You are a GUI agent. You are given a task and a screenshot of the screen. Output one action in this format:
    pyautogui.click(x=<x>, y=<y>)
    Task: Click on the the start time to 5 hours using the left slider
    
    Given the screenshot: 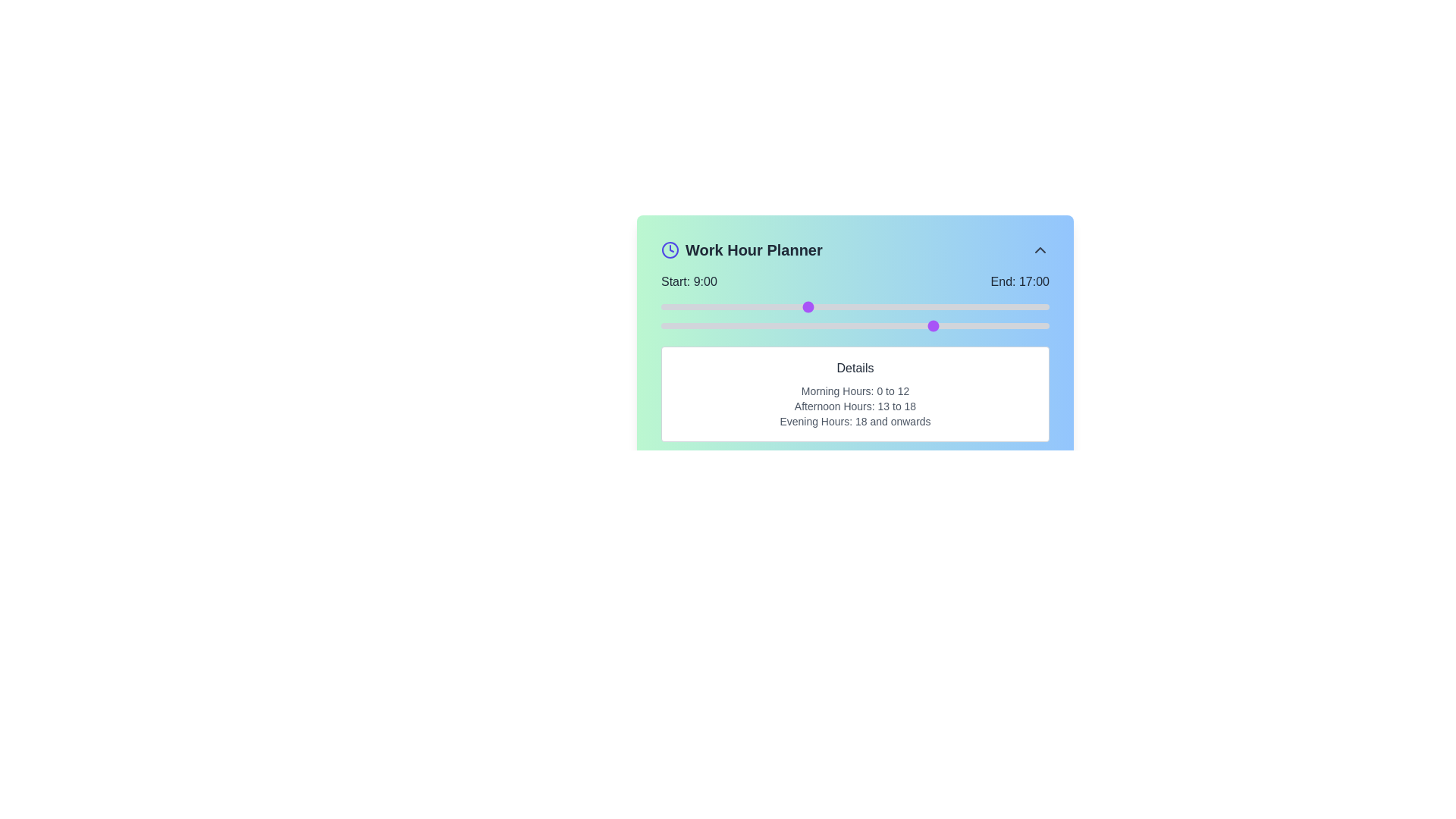 What is the action you would take?
    pyautogui.click(x=742, y=307)
    